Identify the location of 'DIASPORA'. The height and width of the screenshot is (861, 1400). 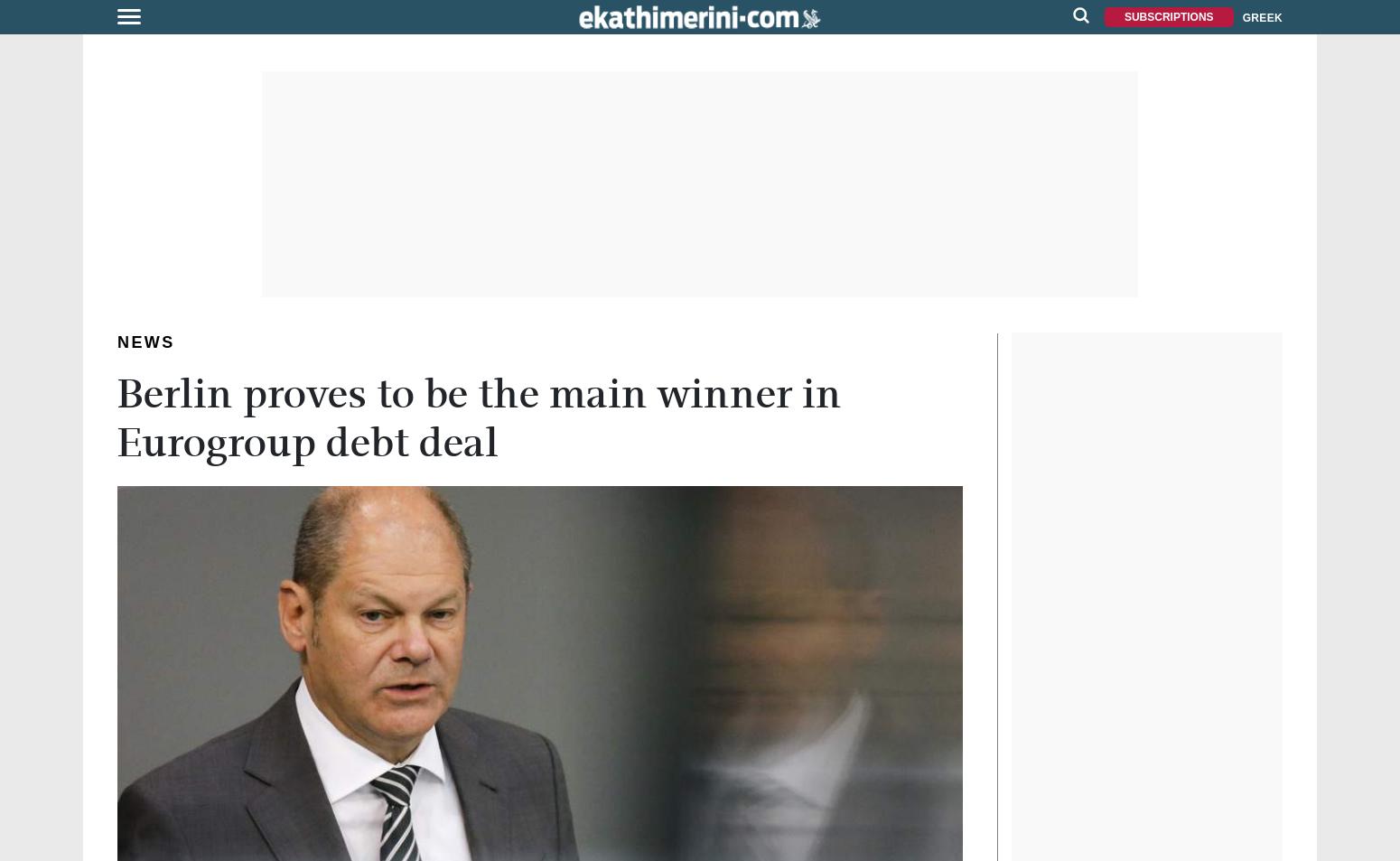
(42, 255).